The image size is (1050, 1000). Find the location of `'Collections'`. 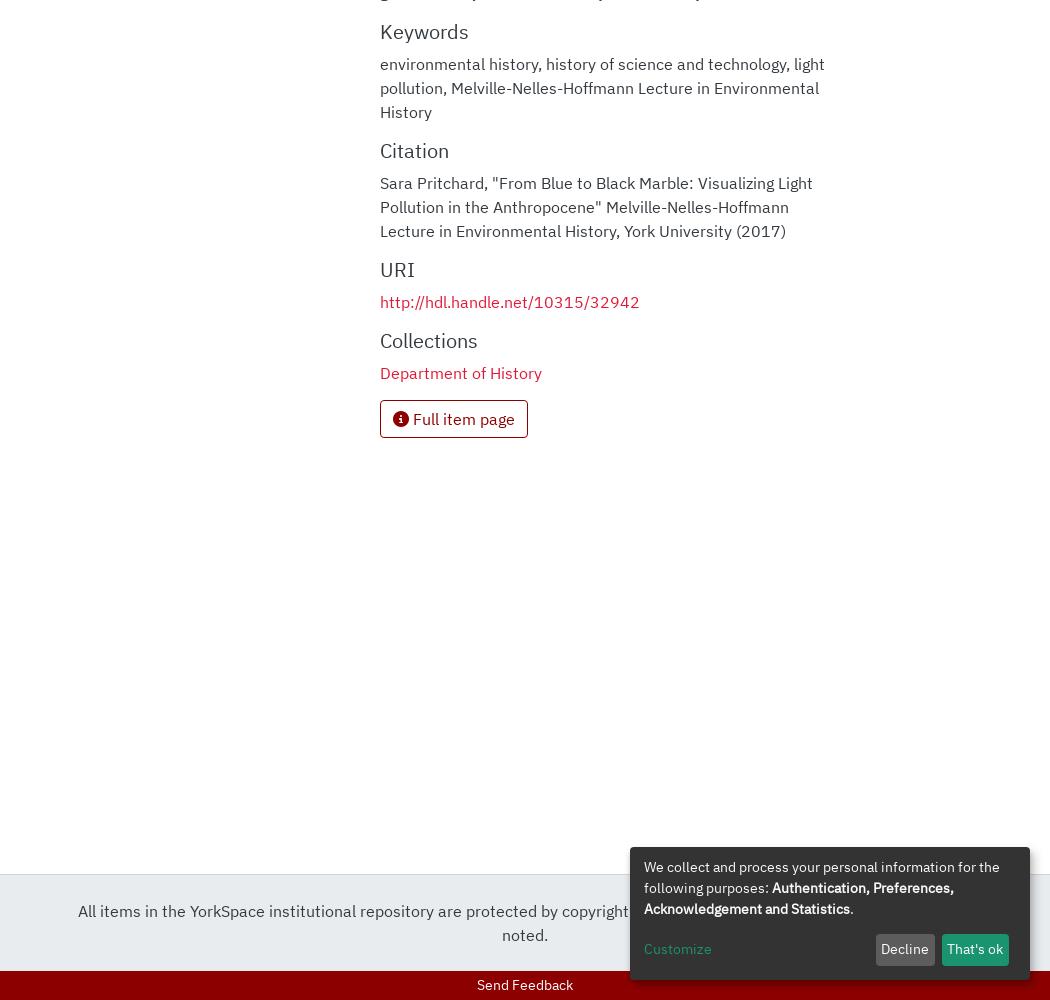

'Collections' is located at coordinates (426, 338).